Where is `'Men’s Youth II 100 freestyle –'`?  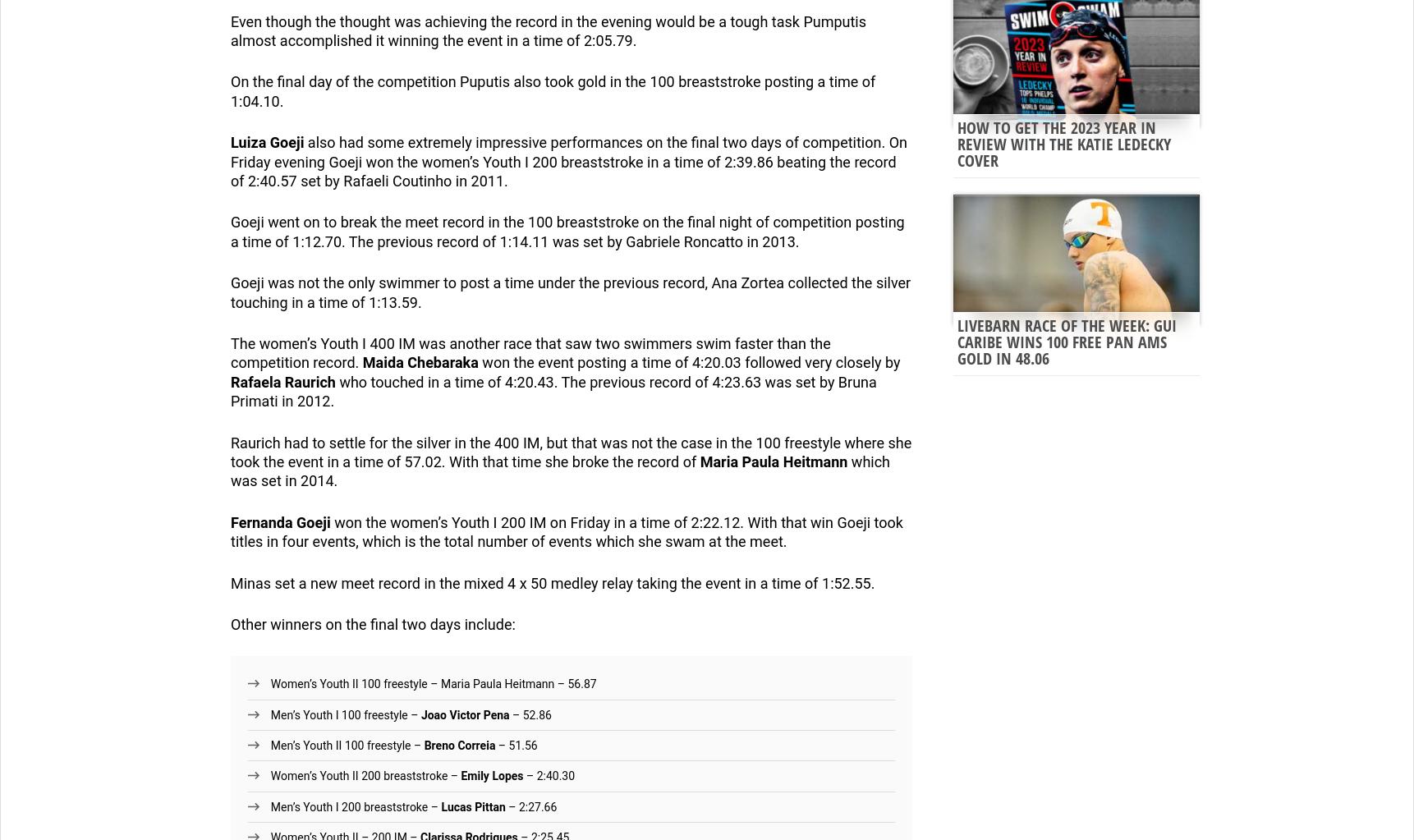
'Men’s Youth II 100 freestyle –' is located at coordinates (269, 745).